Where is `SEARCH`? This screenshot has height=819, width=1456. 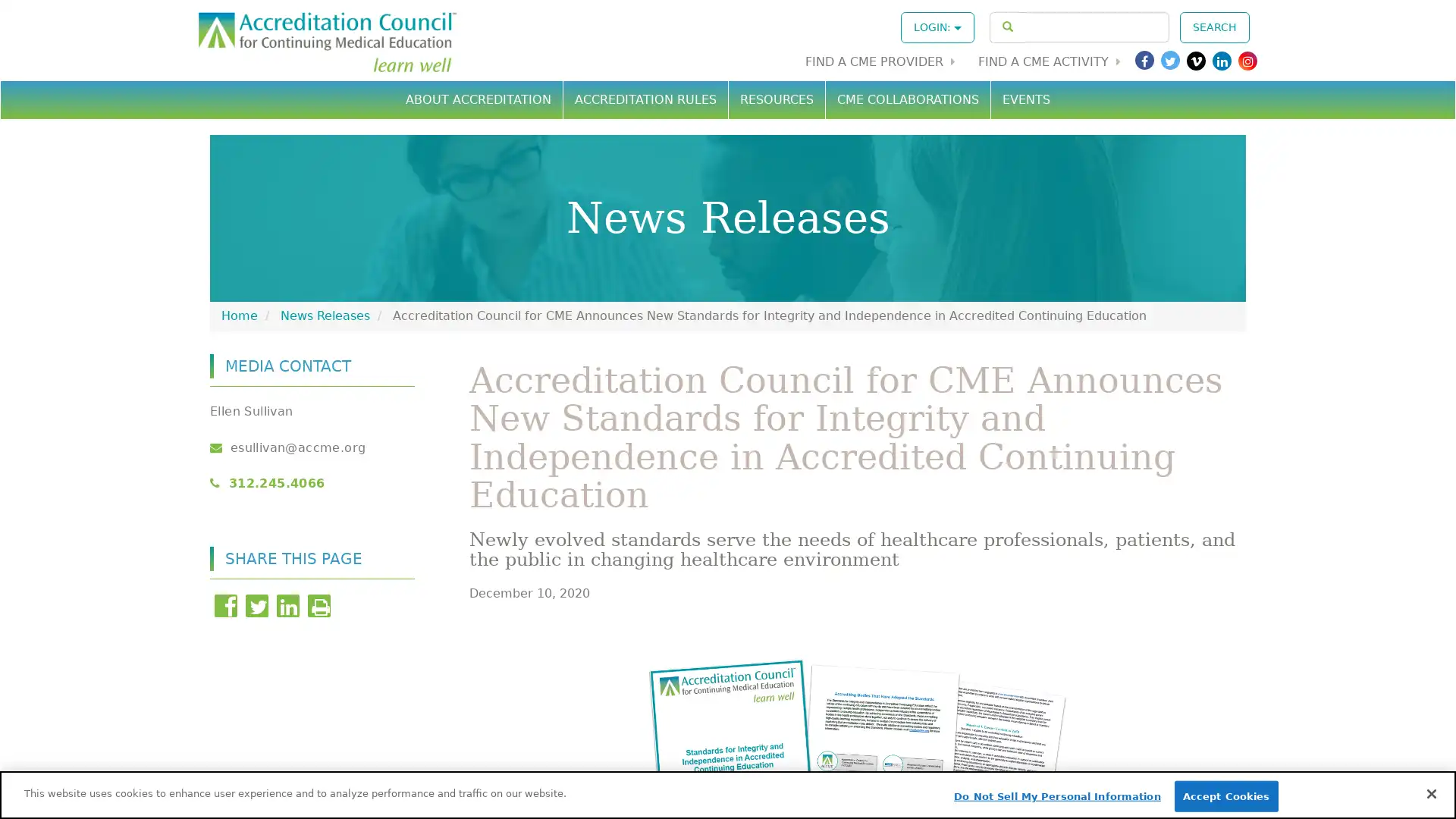
SEARCH is located at coordinates (1215, 27).